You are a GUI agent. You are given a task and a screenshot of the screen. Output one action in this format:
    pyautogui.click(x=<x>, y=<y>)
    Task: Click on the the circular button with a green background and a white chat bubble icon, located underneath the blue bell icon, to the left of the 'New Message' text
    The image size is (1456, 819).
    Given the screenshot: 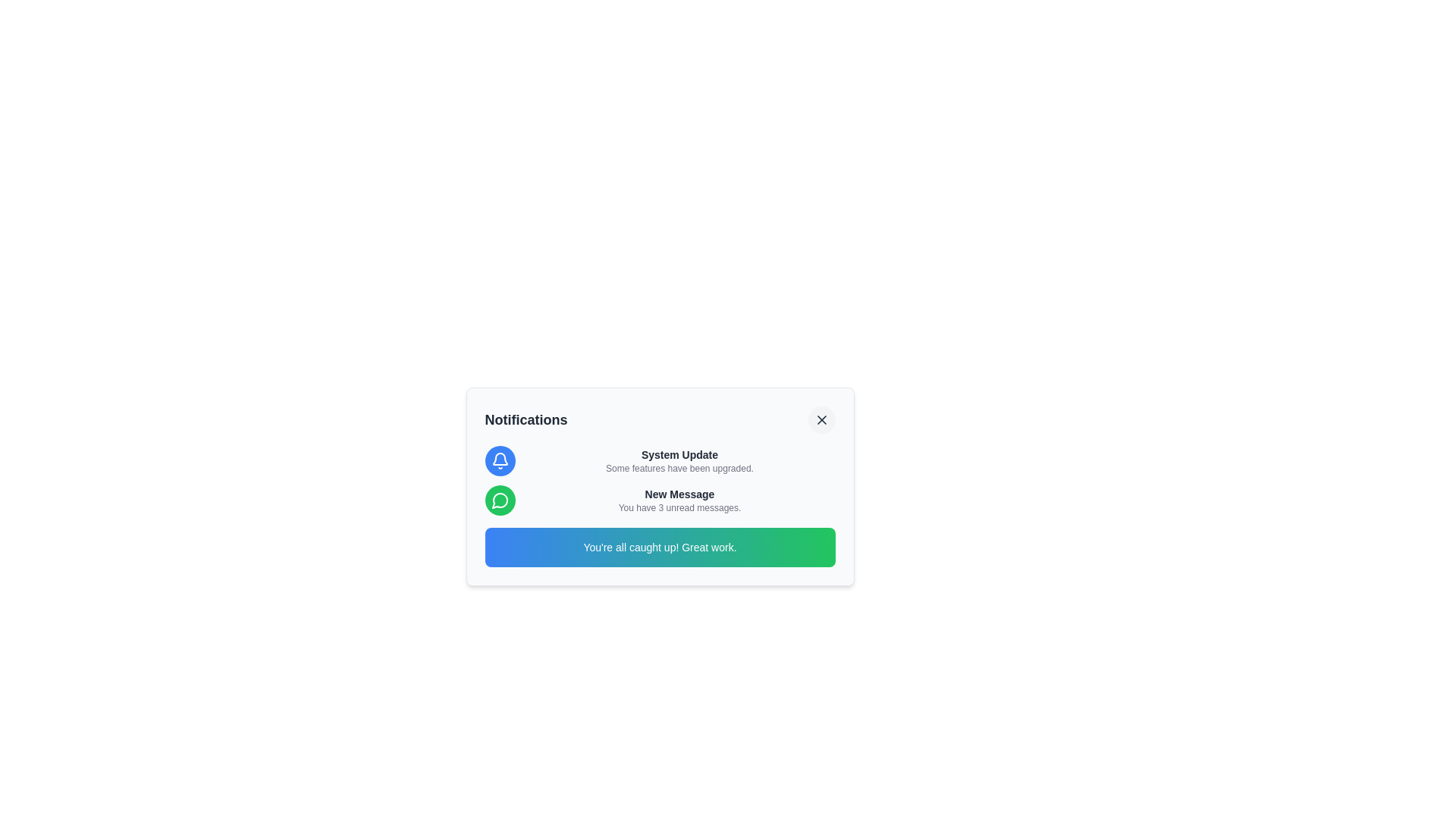 What is the action you would take?
    pyautogui.click(x=500, y=500)
    